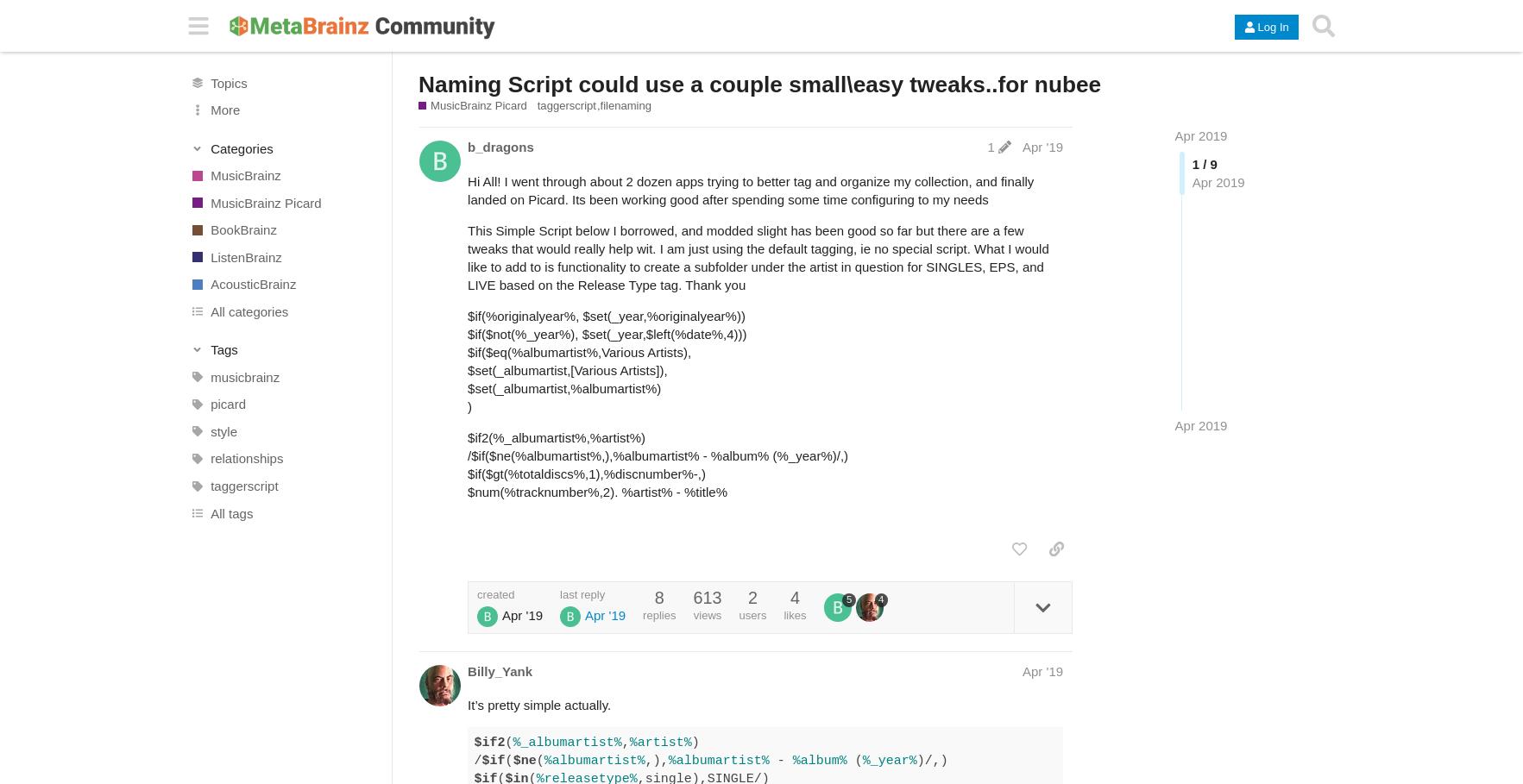 This screenshot has height=784, width=1523. Describe the element at coordinates (565, 741) in the screenshot. I see `'%_albumartist%'` at that location.